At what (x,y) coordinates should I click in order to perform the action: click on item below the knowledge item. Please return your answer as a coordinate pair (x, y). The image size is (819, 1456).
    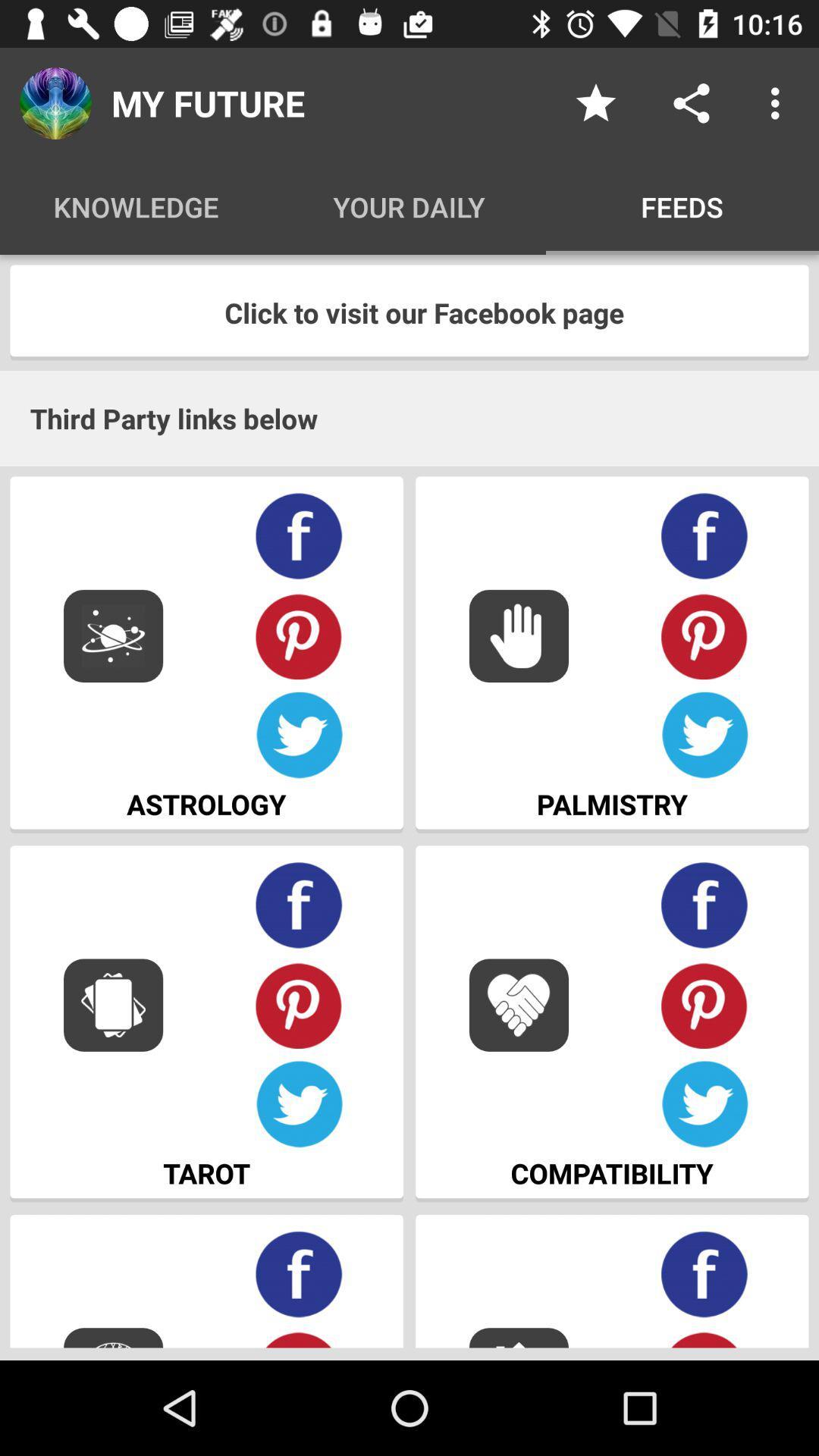
    Looking at the image, I should click on (409, 312).